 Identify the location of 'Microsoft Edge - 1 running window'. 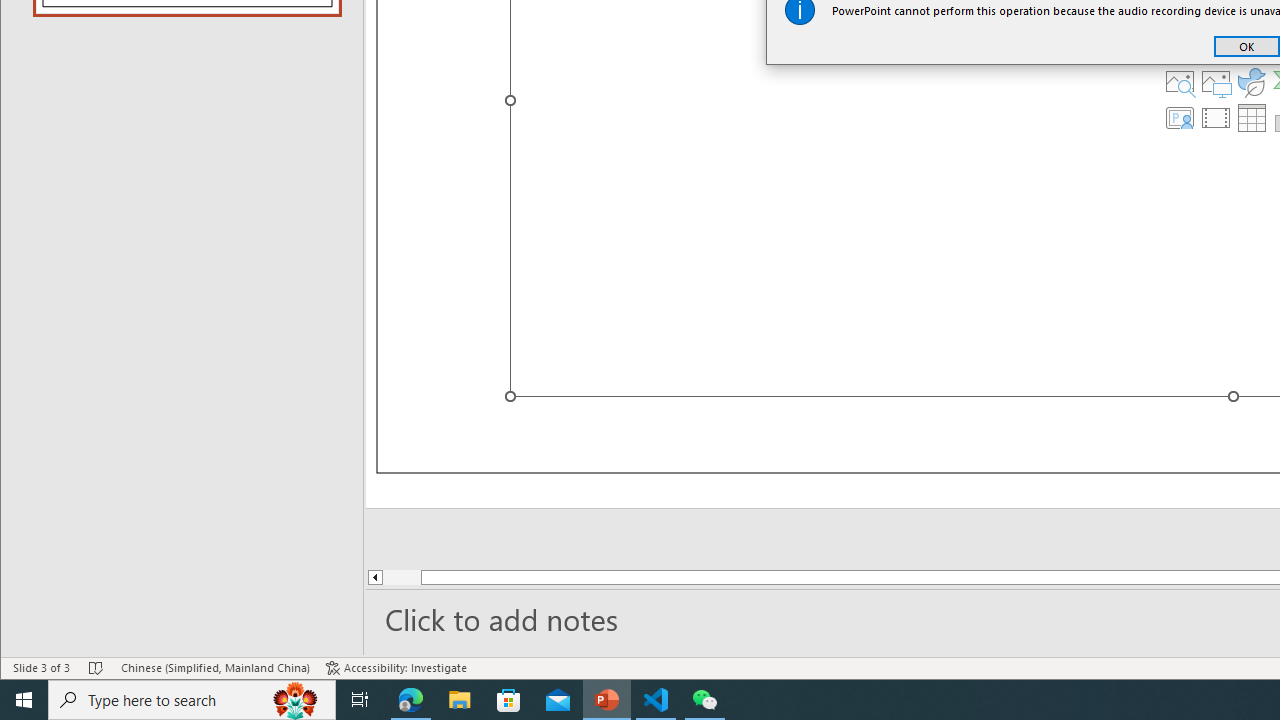
(410, 698).